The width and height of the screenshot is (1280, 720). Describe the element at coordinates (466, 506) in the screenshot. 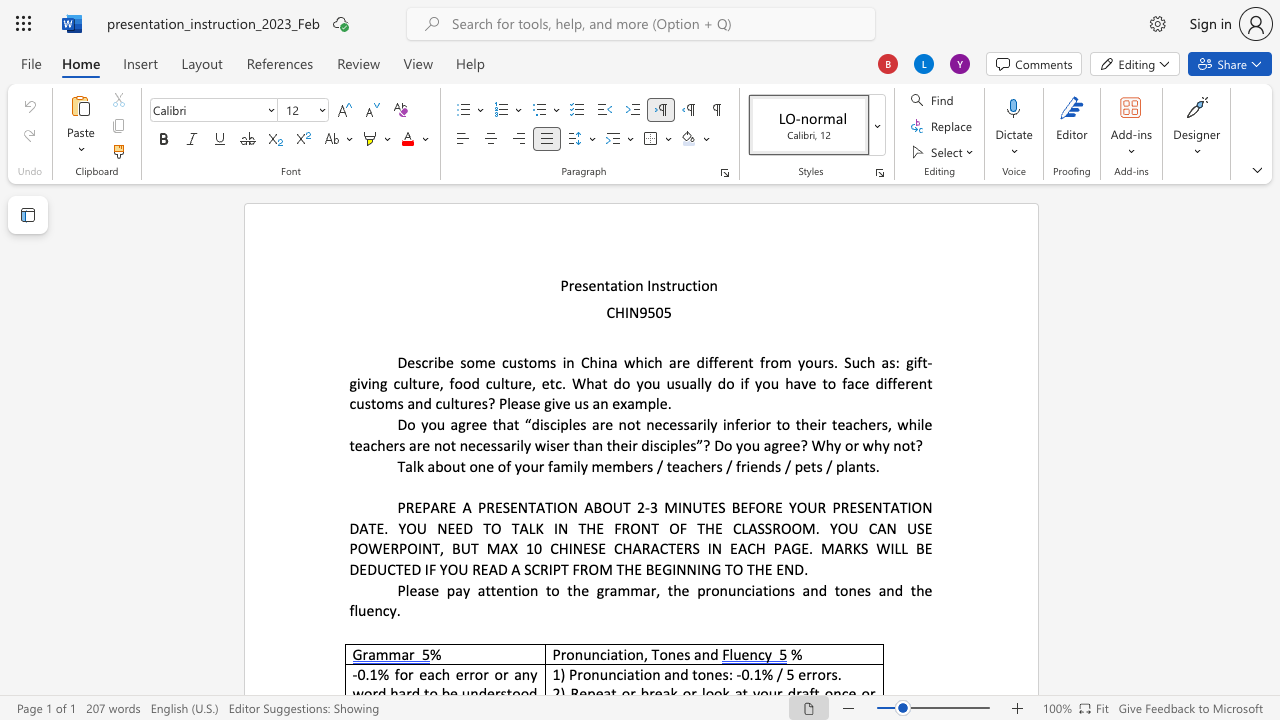

I see `the 2th character "A" in the text` at that location.